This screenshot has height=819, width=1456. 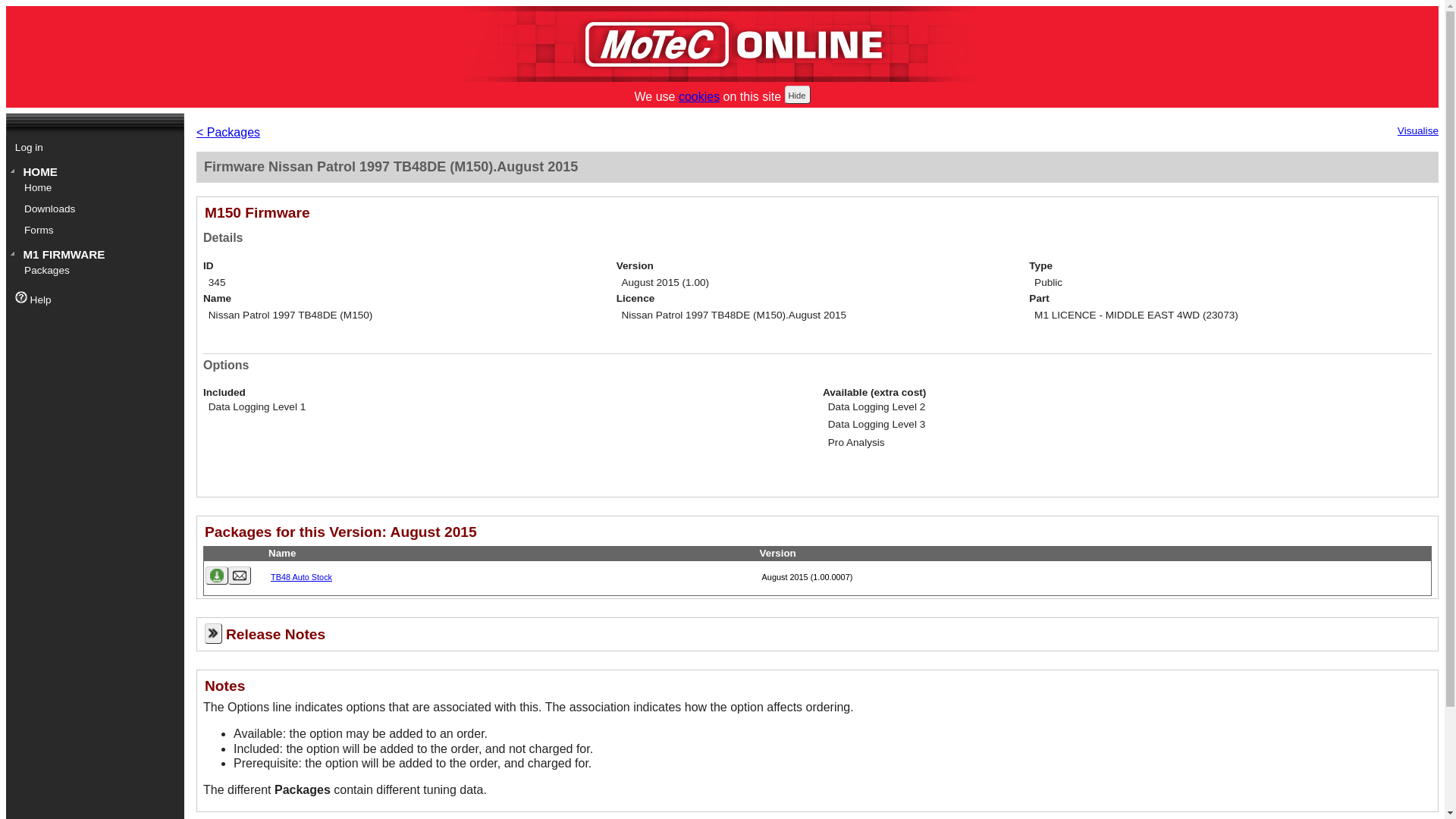 What do you see at coordinates (796, 94) in the screenshot?
I see `'Hide'` at bounding box center [796, 94].